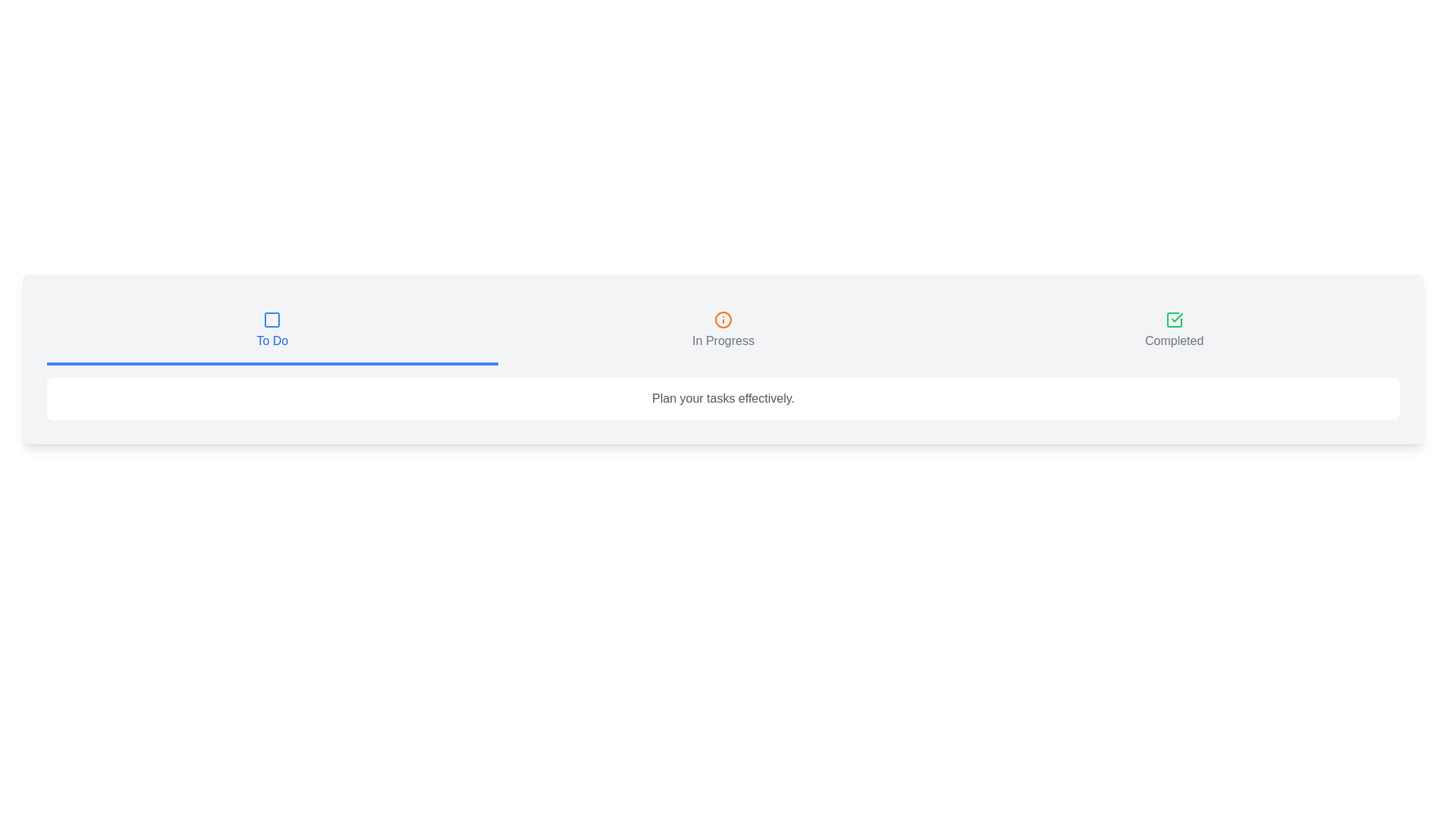 This screenshot has height=819, width=1456. What do you see at coordinates (1174, 331) in the screenshot?
I see `the tab with the icon corresponding to Completed` at bounding box center [1174, 331].